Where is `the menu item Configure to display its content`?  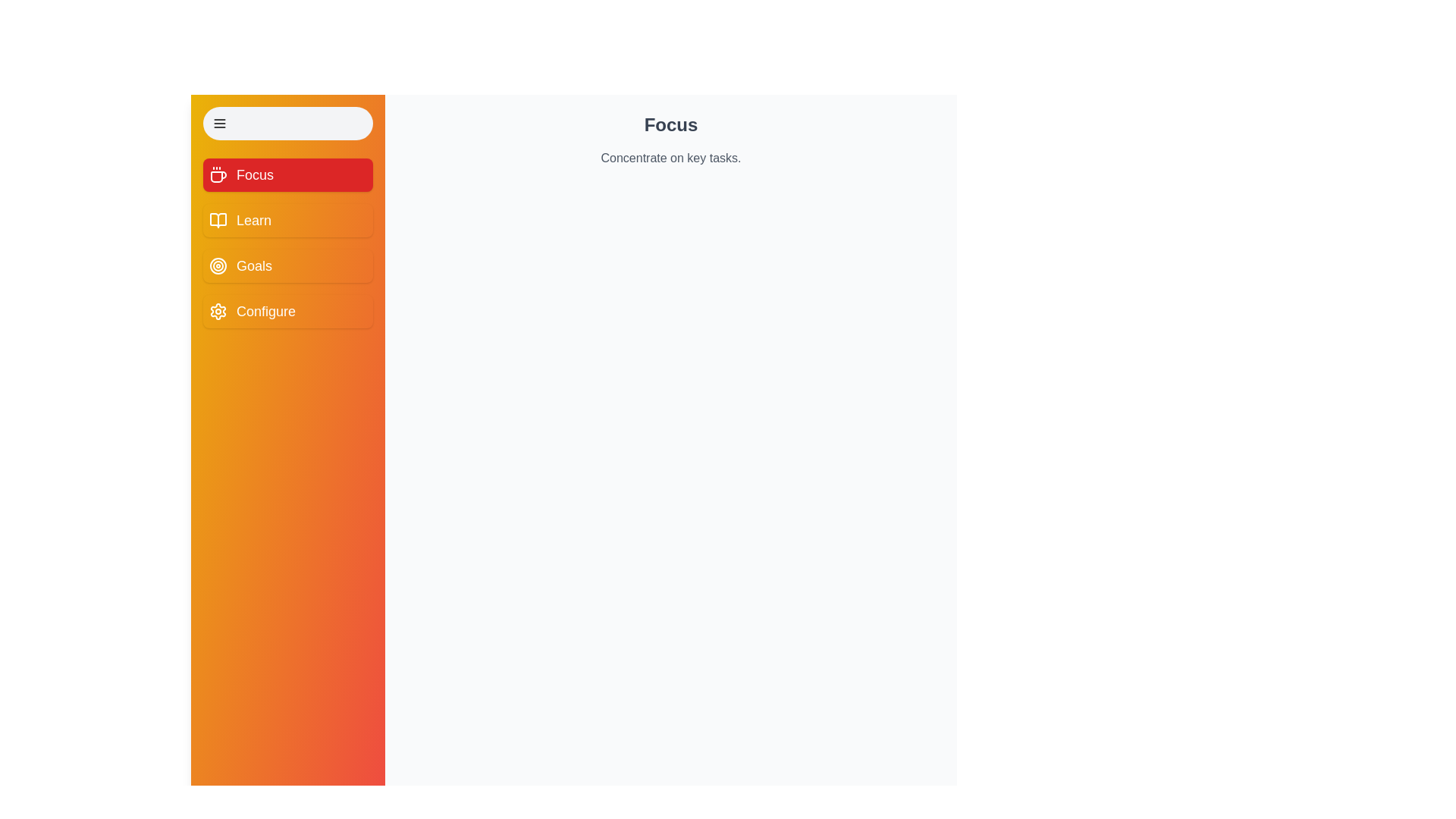
the menu item Configure to display its content is located at coordinates (287, 311).